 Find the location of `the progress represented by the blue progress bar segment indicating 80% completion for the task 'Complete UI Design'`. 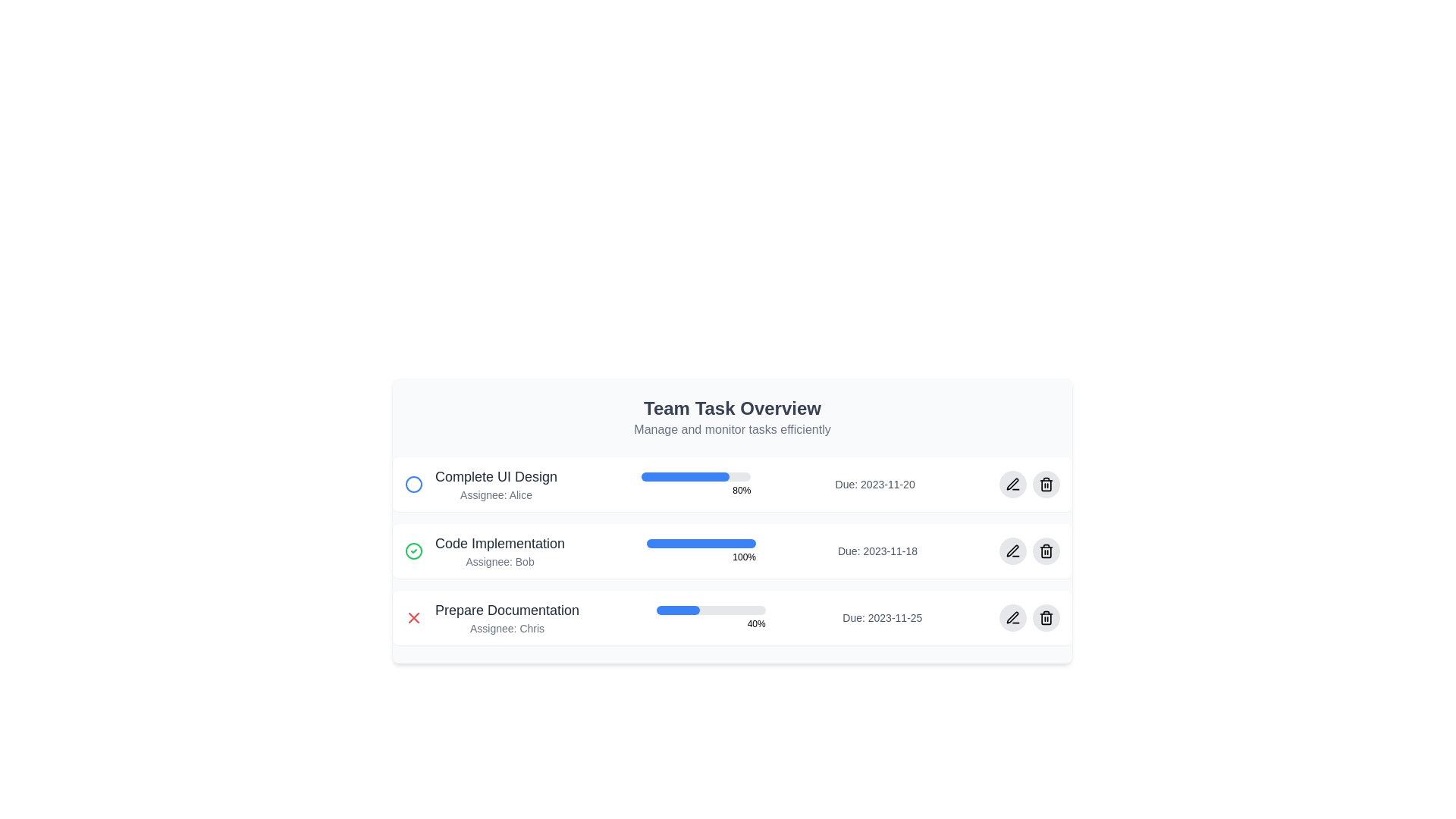

the progress represented by the blue progress bar segment indicating 80% completion for the task 'Complete UI Design' is located at coordinates (684, 475).